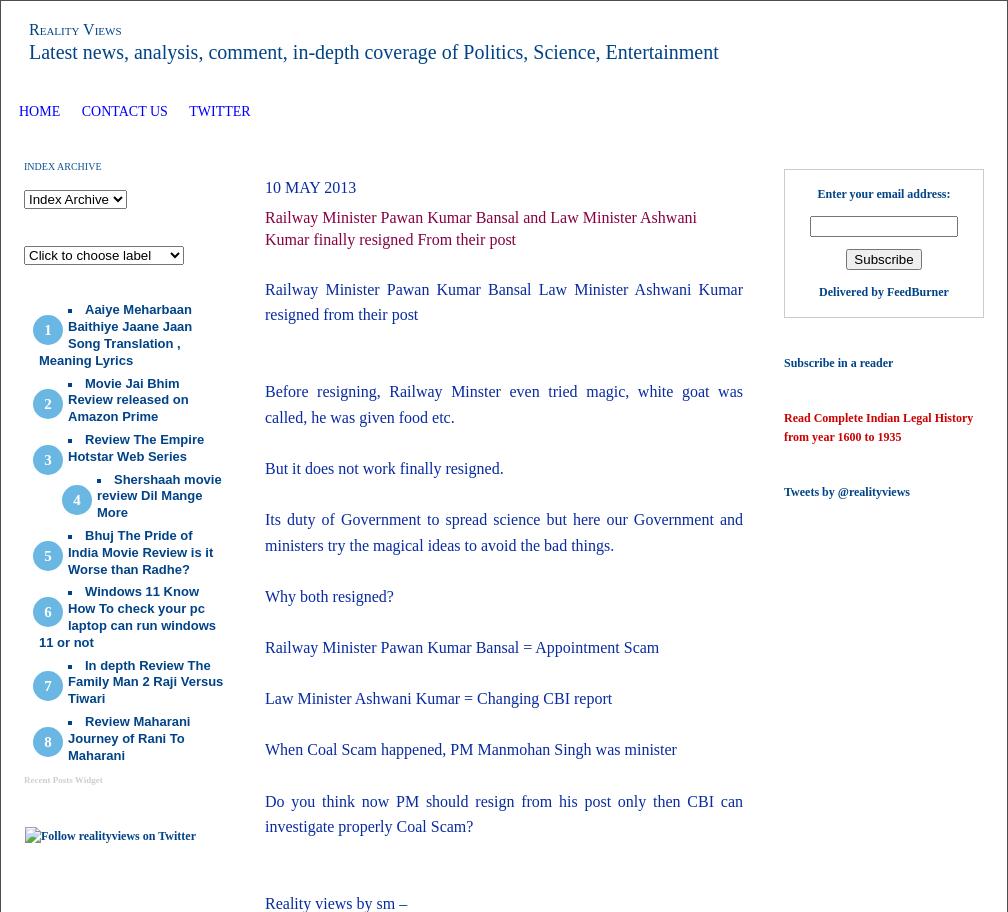 The height and width of the screenshot is (912, 1008). I want to click on 'Movie Jai Bhim Review released on Amazon Prime', so click(128, 399).